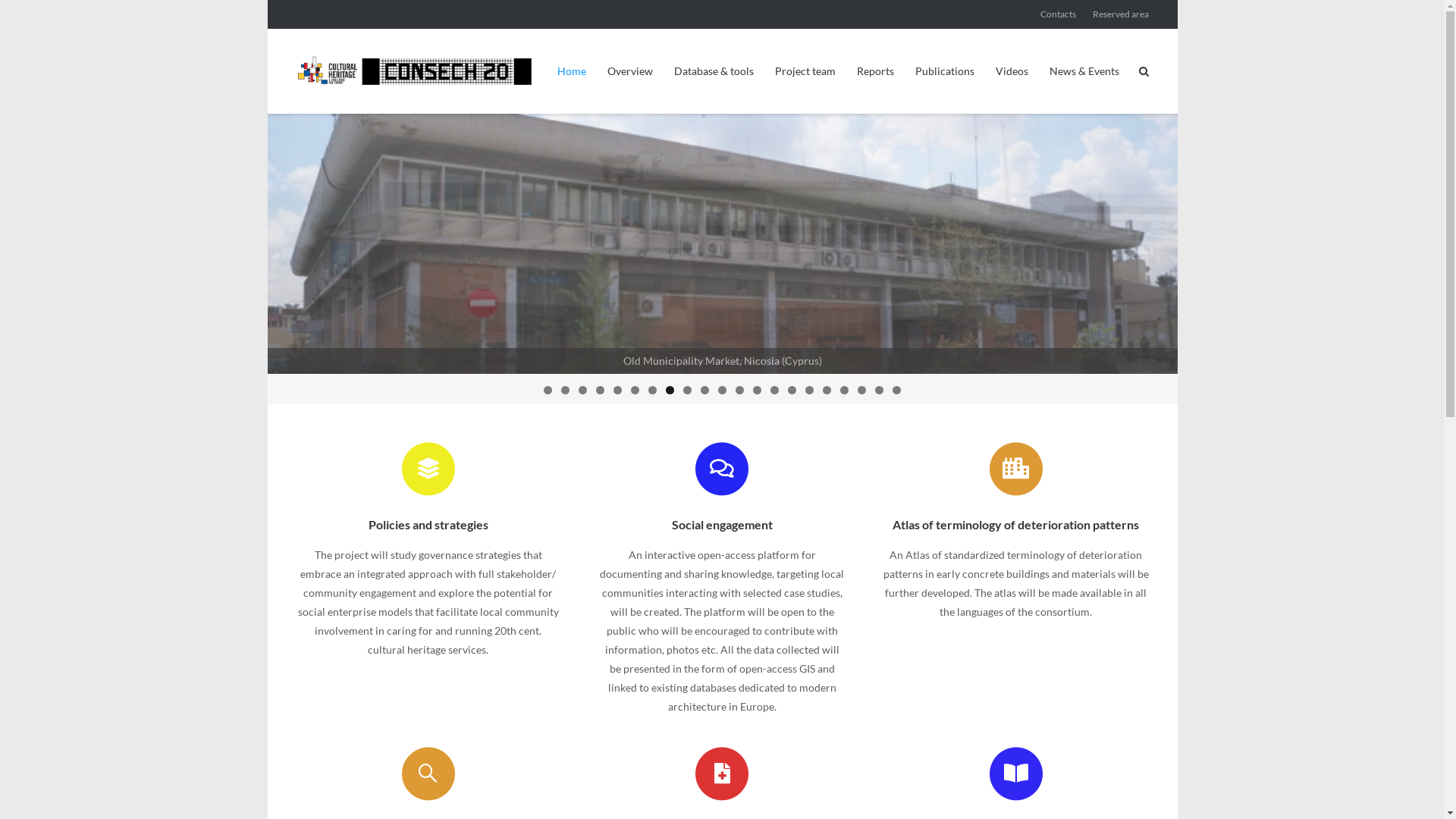  What do you see at coordinates (839, 389) in the screenshot?
I see `'18'` at bounding box center [839, 389].